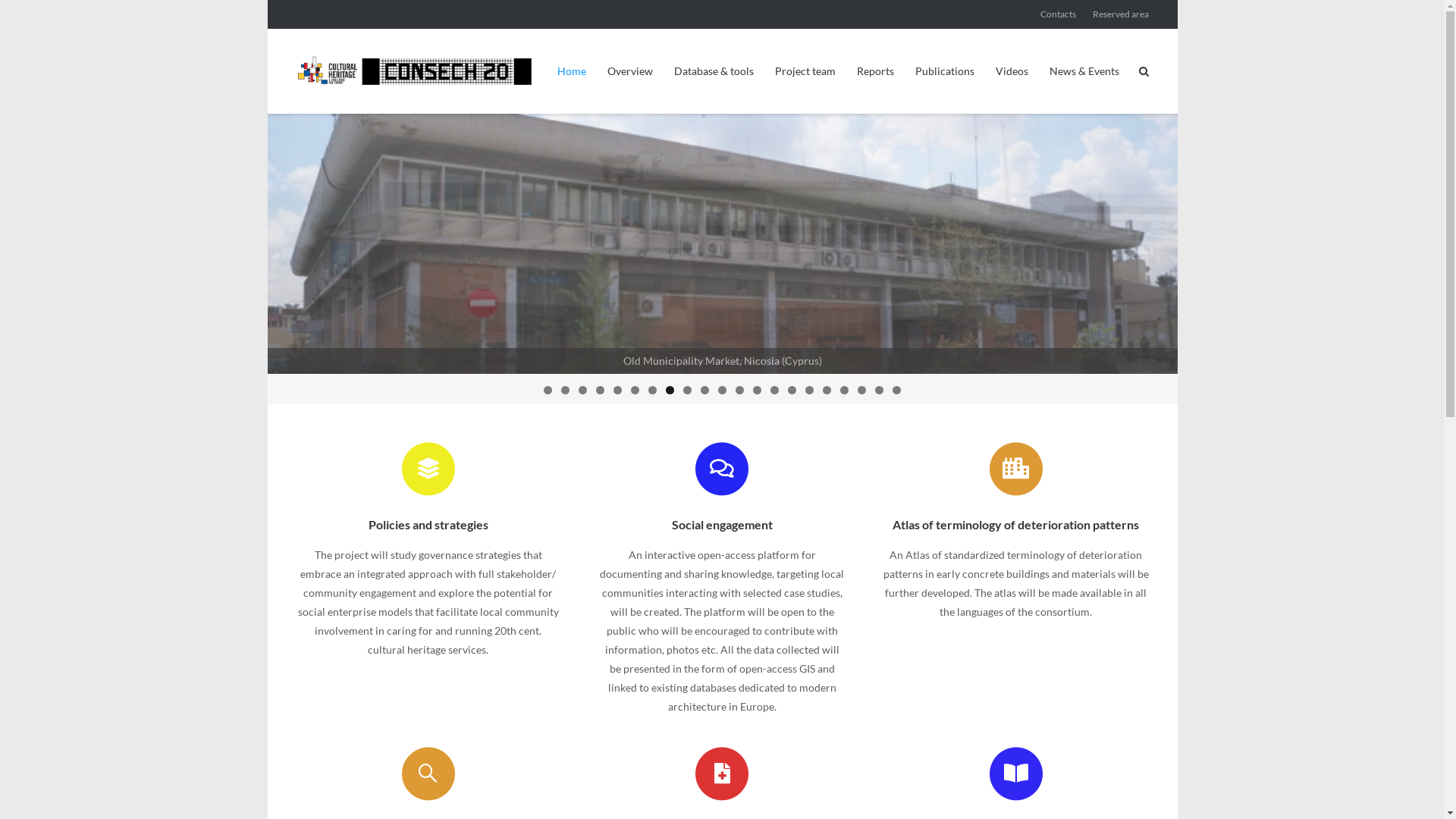  What do you see at coordinates (839, 389) in the screenshot?
I see `'18'` at bounding box center [839, 389].